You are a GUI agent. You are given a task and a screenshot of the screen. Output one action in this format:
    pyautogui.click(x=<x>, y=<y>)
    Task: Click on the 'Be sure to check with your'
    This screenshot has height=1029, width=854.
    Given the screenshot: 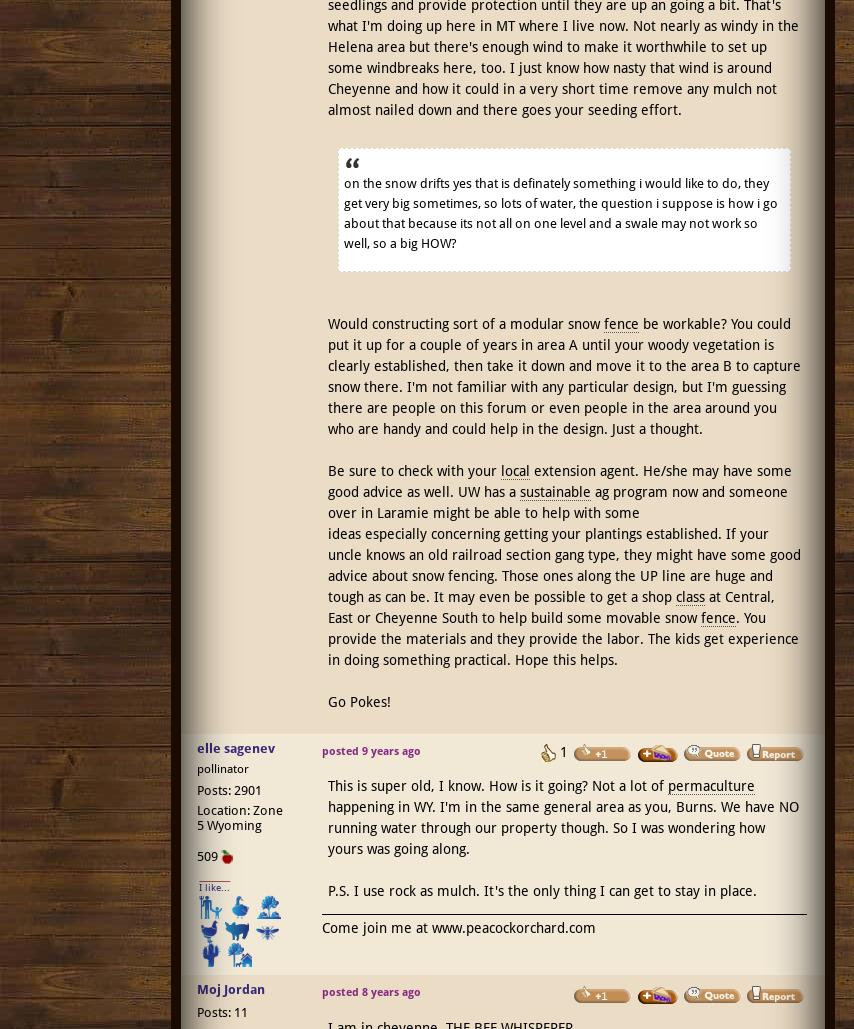 What is the action you would take?
    pyautogui.click(x=413, y=470)
    